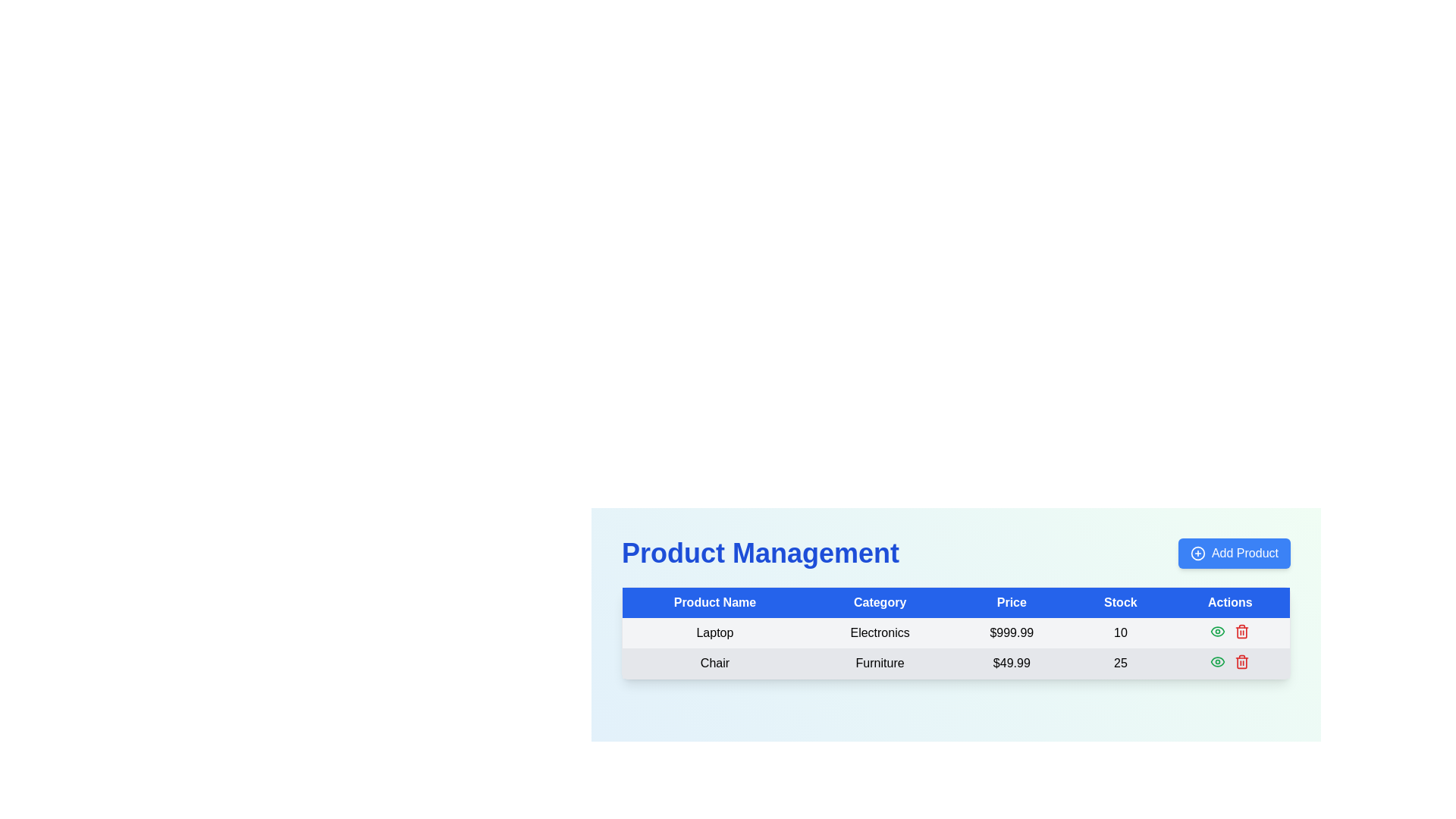 The height and width of the screenshot is (819, 1456). What do you see at coordinates (1120, 663) in the screenshot?
I see `the static text label displaying the stock quantity of the 'Chair' item located in the fourth column of the second row under the 'Stock' header in the data table` at bounding box center [1120, 663].